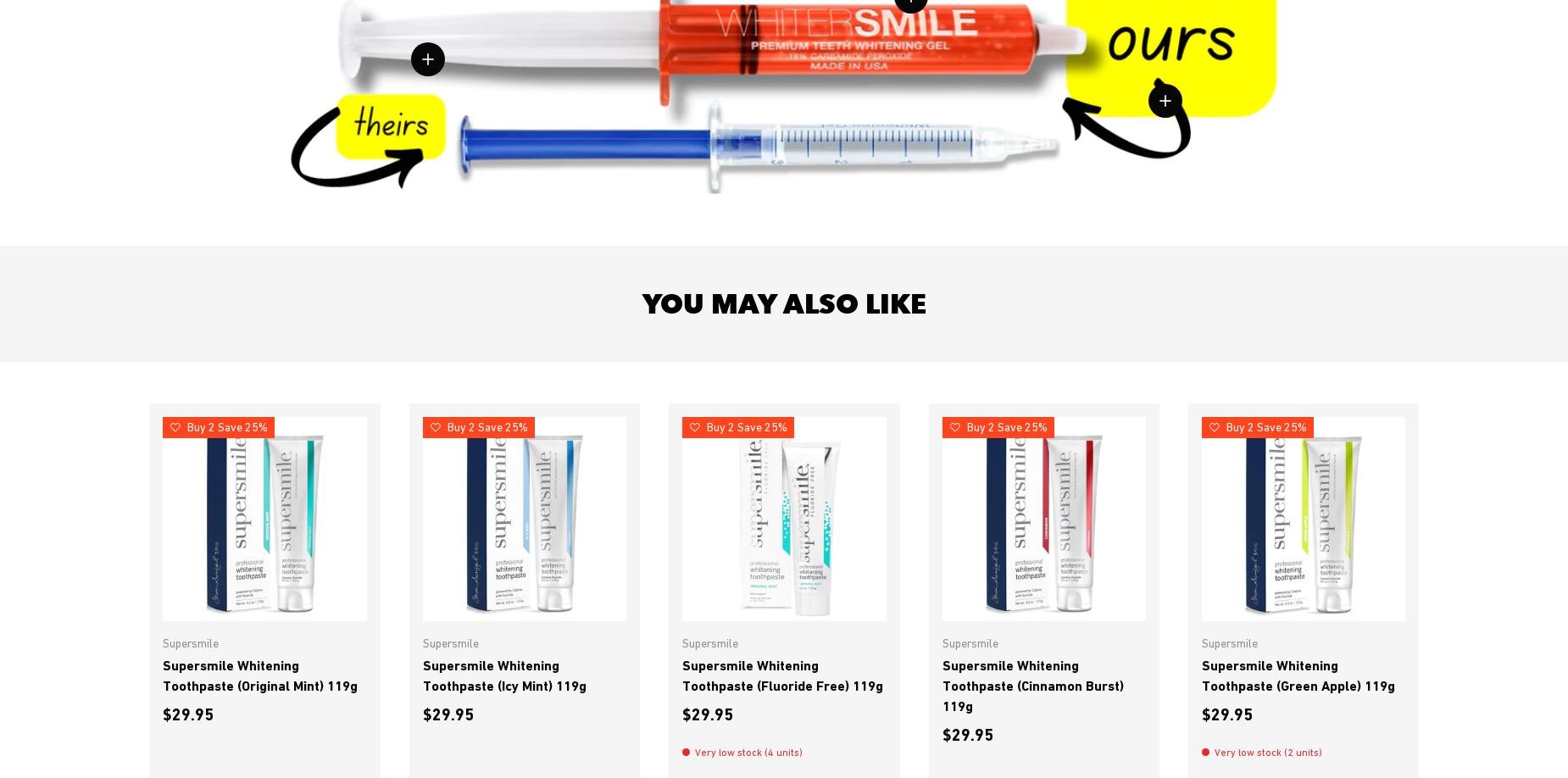 The height and width of the screenshot is (778, 1568). I want to click on 'Very low stock
(2 units)', so click(1267, 750).